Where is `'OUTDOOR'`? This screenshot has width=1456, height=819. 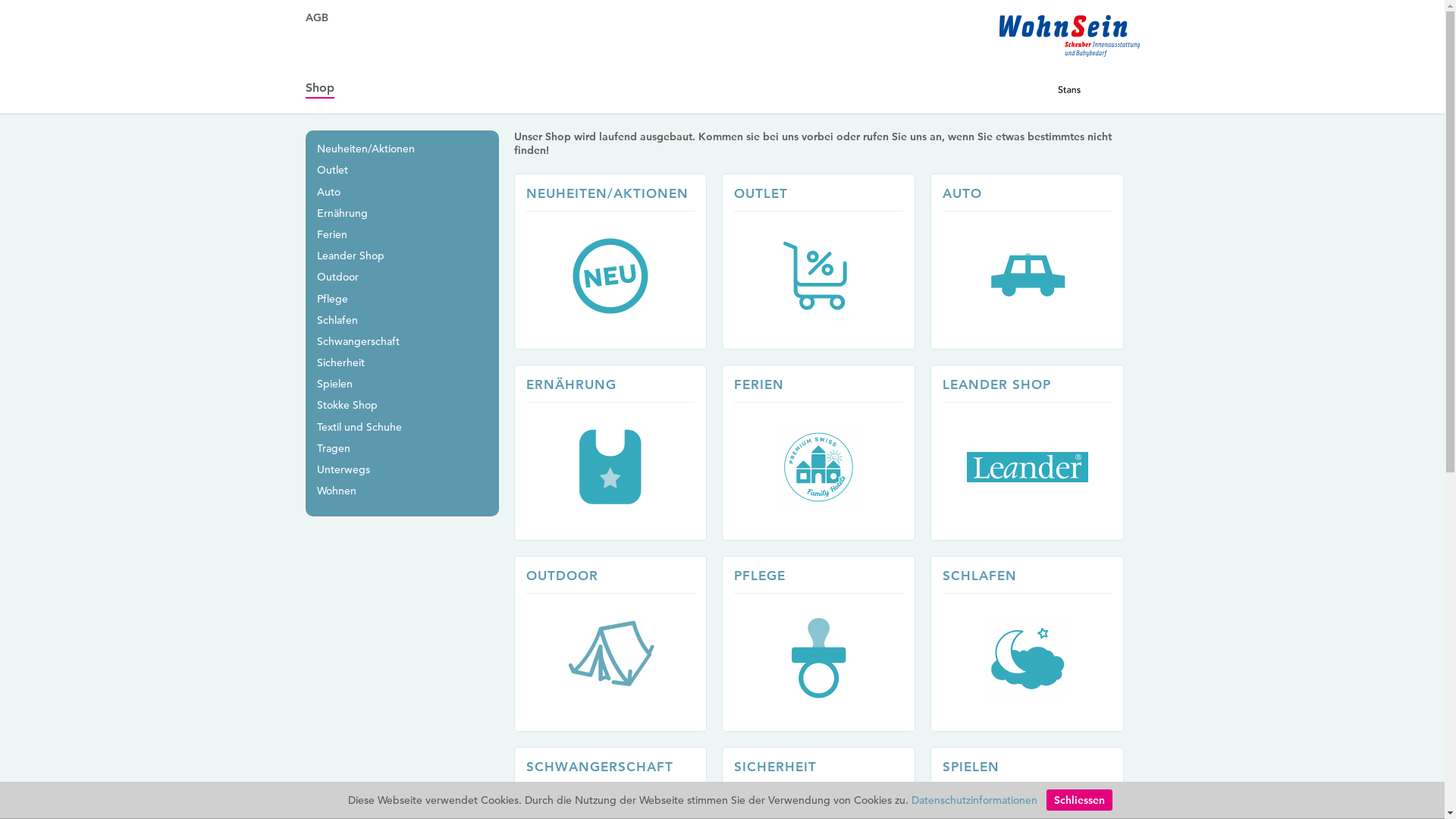 'OUTDOOR' is located at coordinates (561, 576).